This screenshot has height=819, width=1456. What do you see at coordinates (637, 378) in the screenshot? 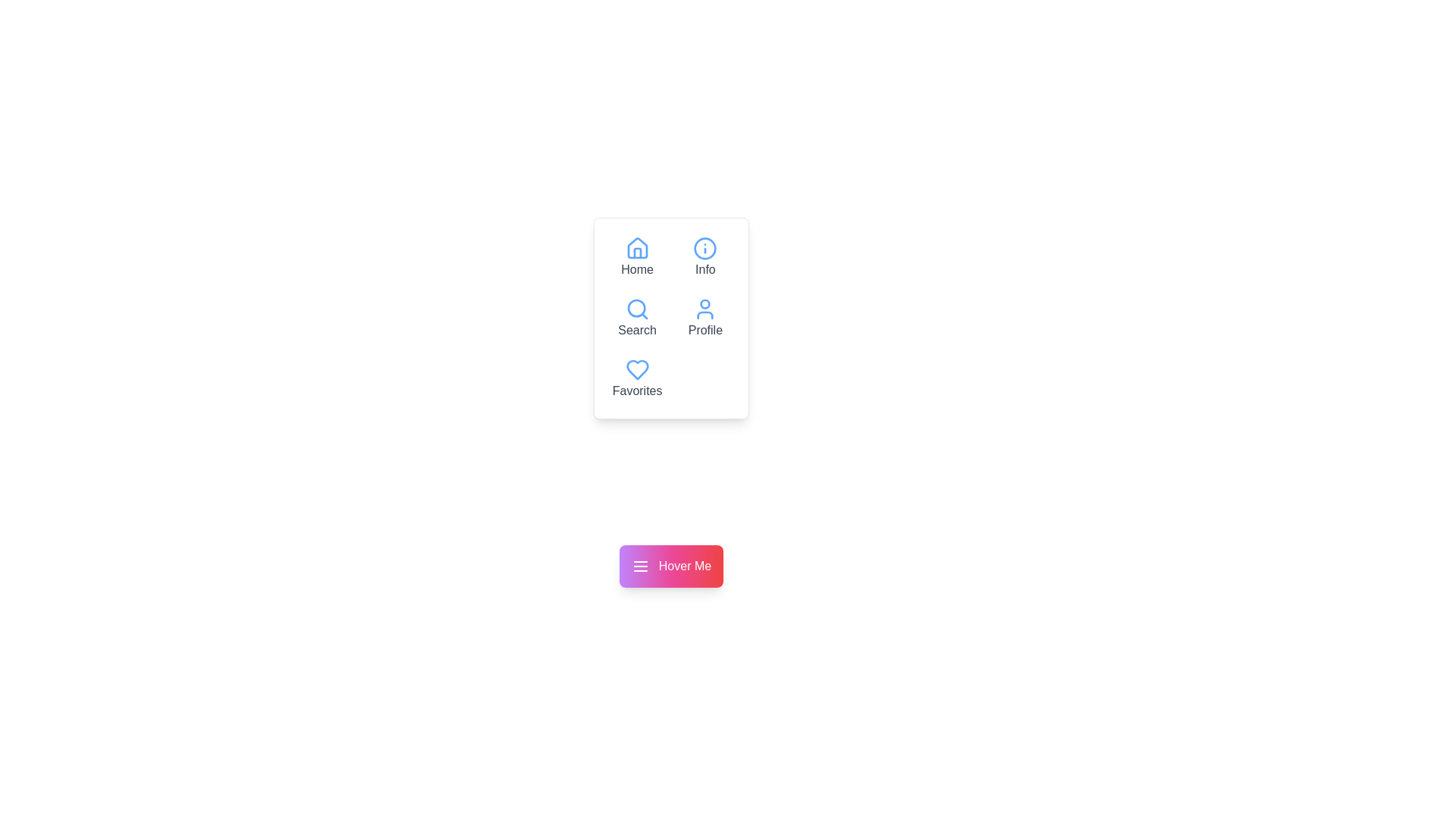
I see `the 'Favorites' labeled icon, which features a light blue heart graphic and is positioned at the last row and first column of the grid layout, to receive a tooltip or visual feedback` at bounding box center [637, 378].